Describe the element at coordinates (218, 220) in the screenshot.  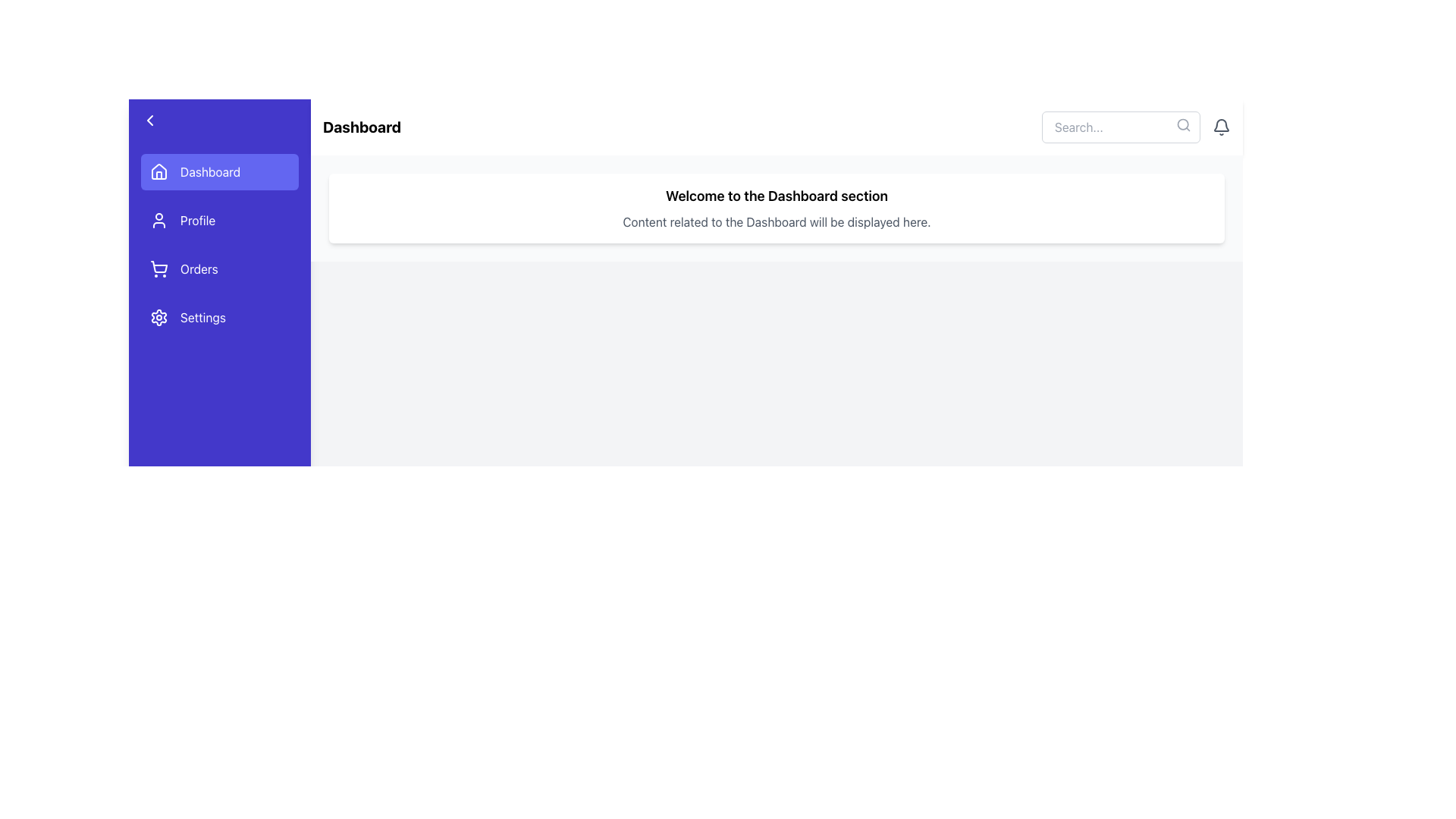
I see `the 'Profile' button with a purple background, located below the 'Dashboard' and above the 'Orders' in the vertical navigation menu to activate its hover state` at that location.